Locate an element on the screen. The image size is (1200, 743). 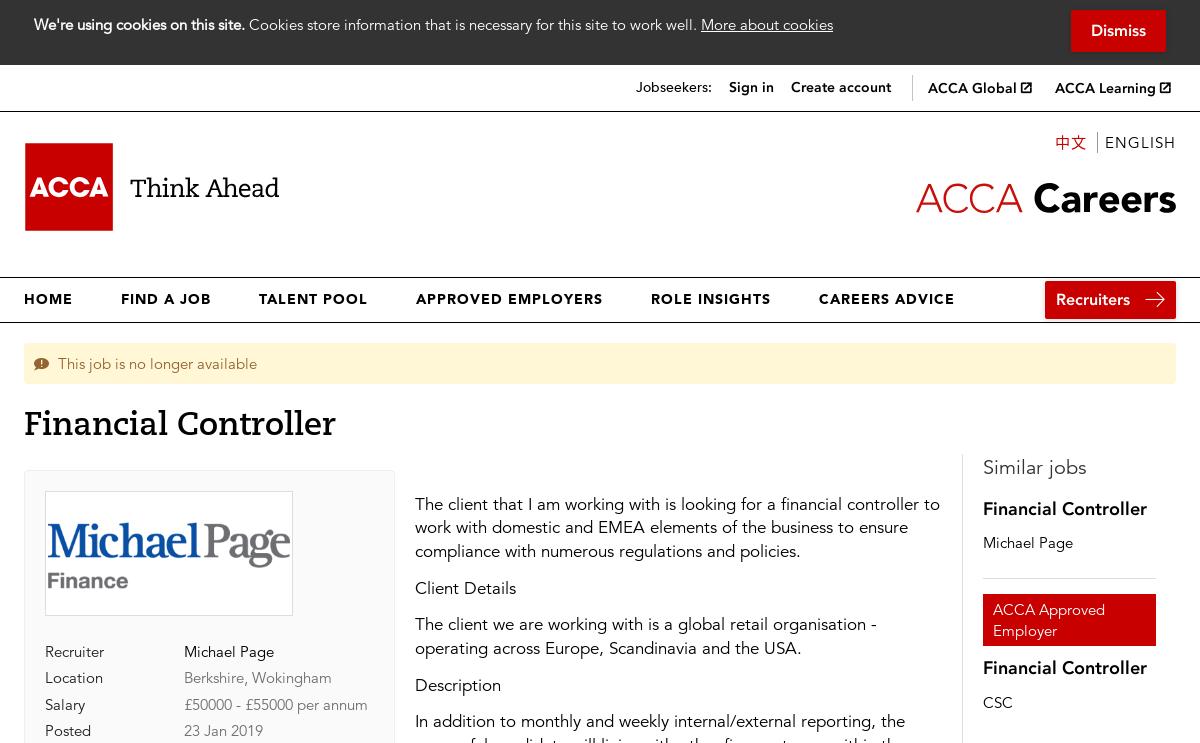
'Recruiter' is located at coordinates (74, 651).